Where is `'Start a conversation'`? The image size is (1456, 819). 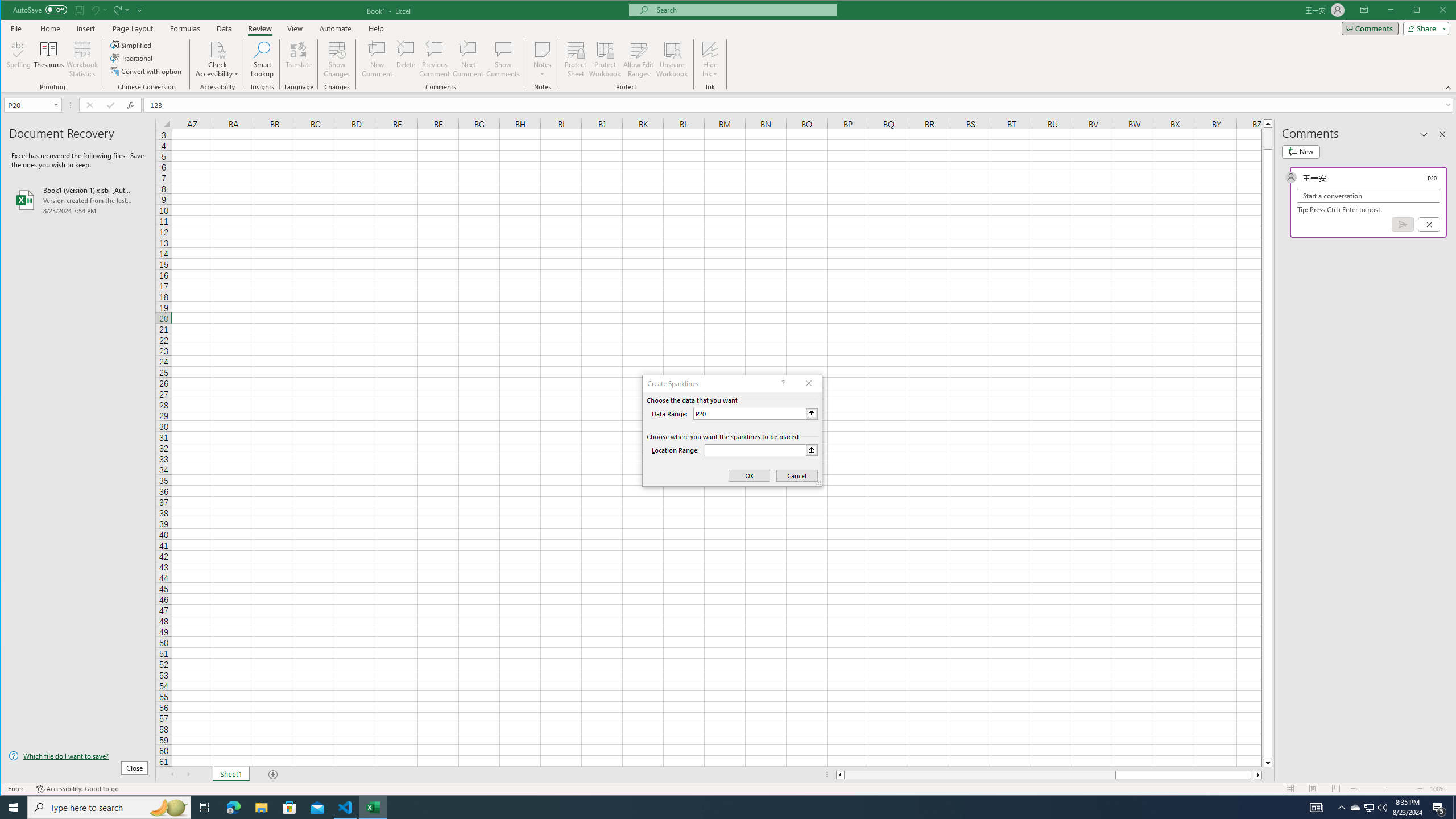
'Start a conversation' is located at coordinates (1368, 196).